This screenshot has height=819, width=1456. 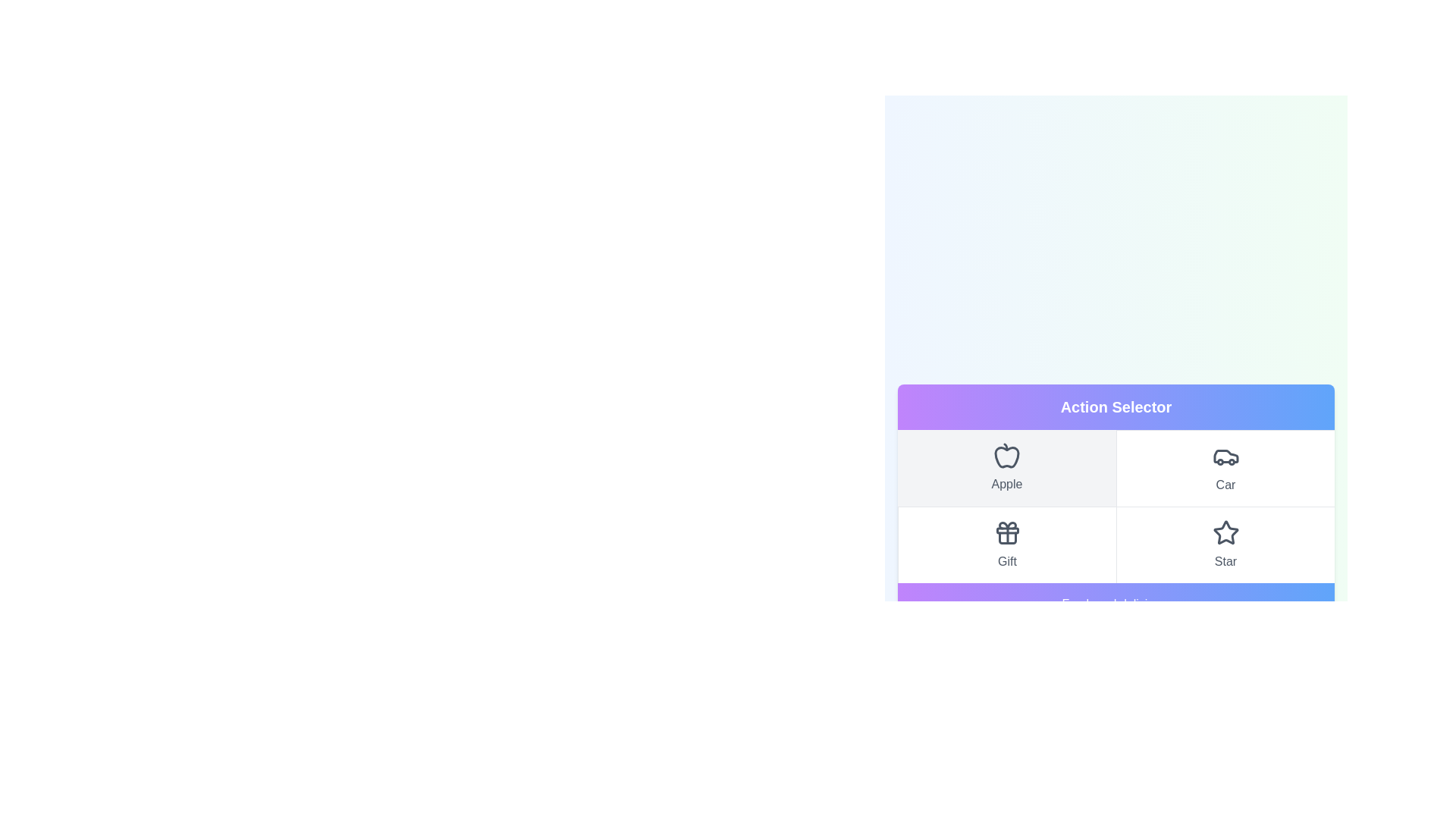 What do you see at coordinates (1225, 485) in the screenshot?
I see `text from the Text Label situated below the car icon, which serves as a descriptive marker for it` at bounding box center [1225, 485].